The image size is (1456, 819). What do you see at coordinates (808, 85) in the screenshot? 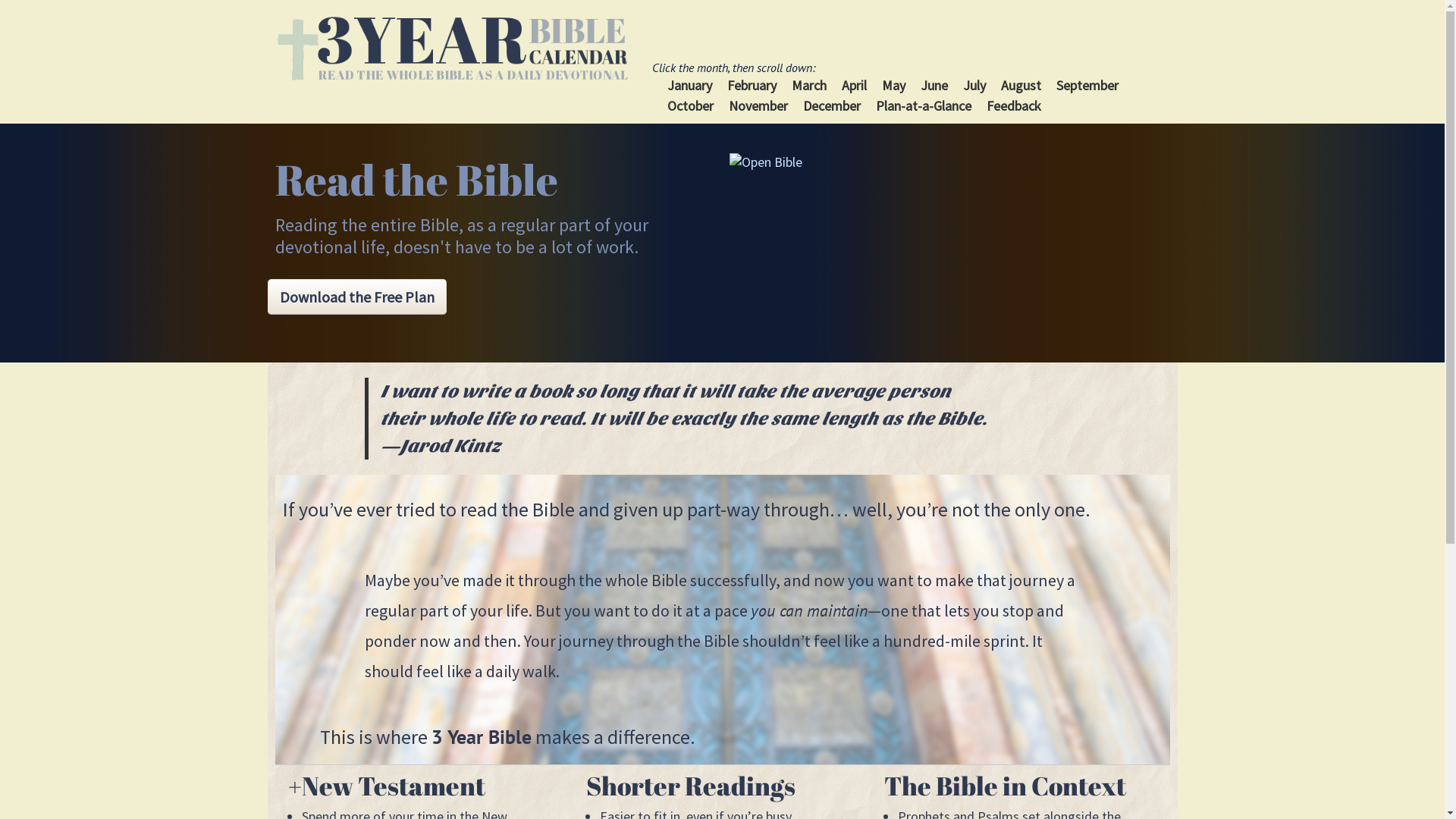
I see `'March'` at bounding box center [808, 85].